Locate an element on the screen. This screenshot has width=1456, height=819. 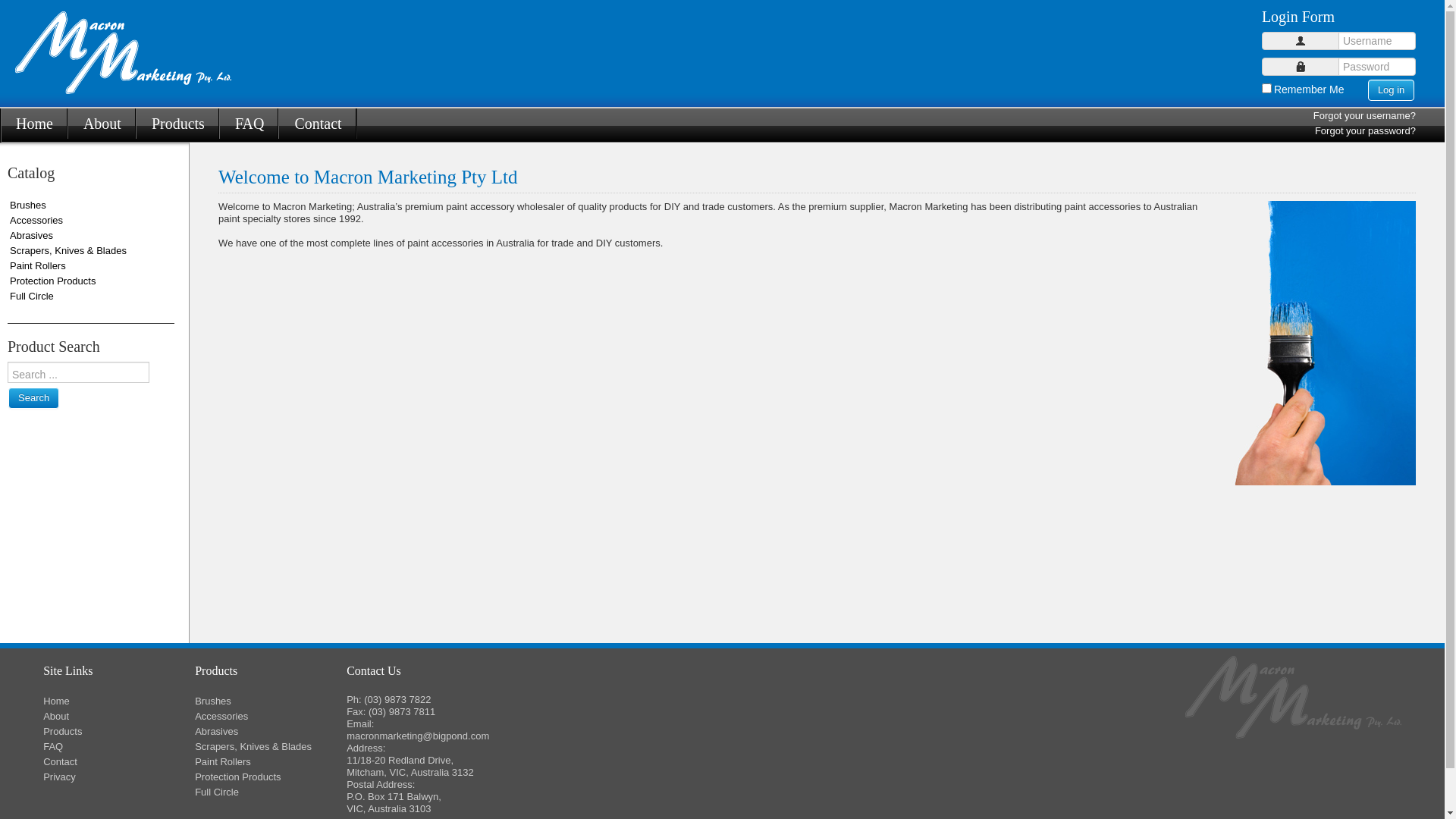
'Search' is located at coordinates (33, 397).